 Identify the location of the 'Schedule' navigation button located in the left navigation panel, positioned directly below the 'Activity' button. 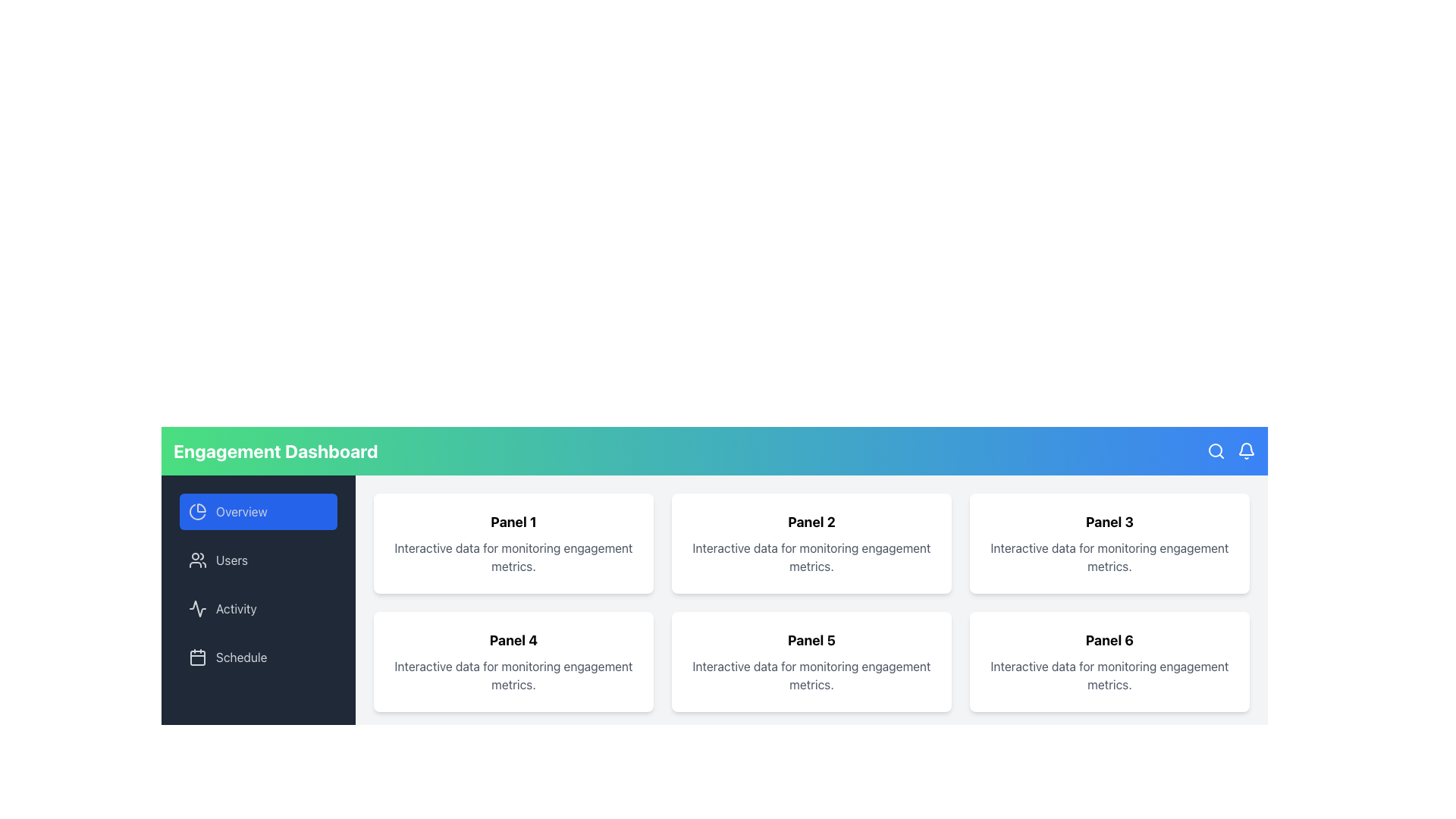
(258, 657).